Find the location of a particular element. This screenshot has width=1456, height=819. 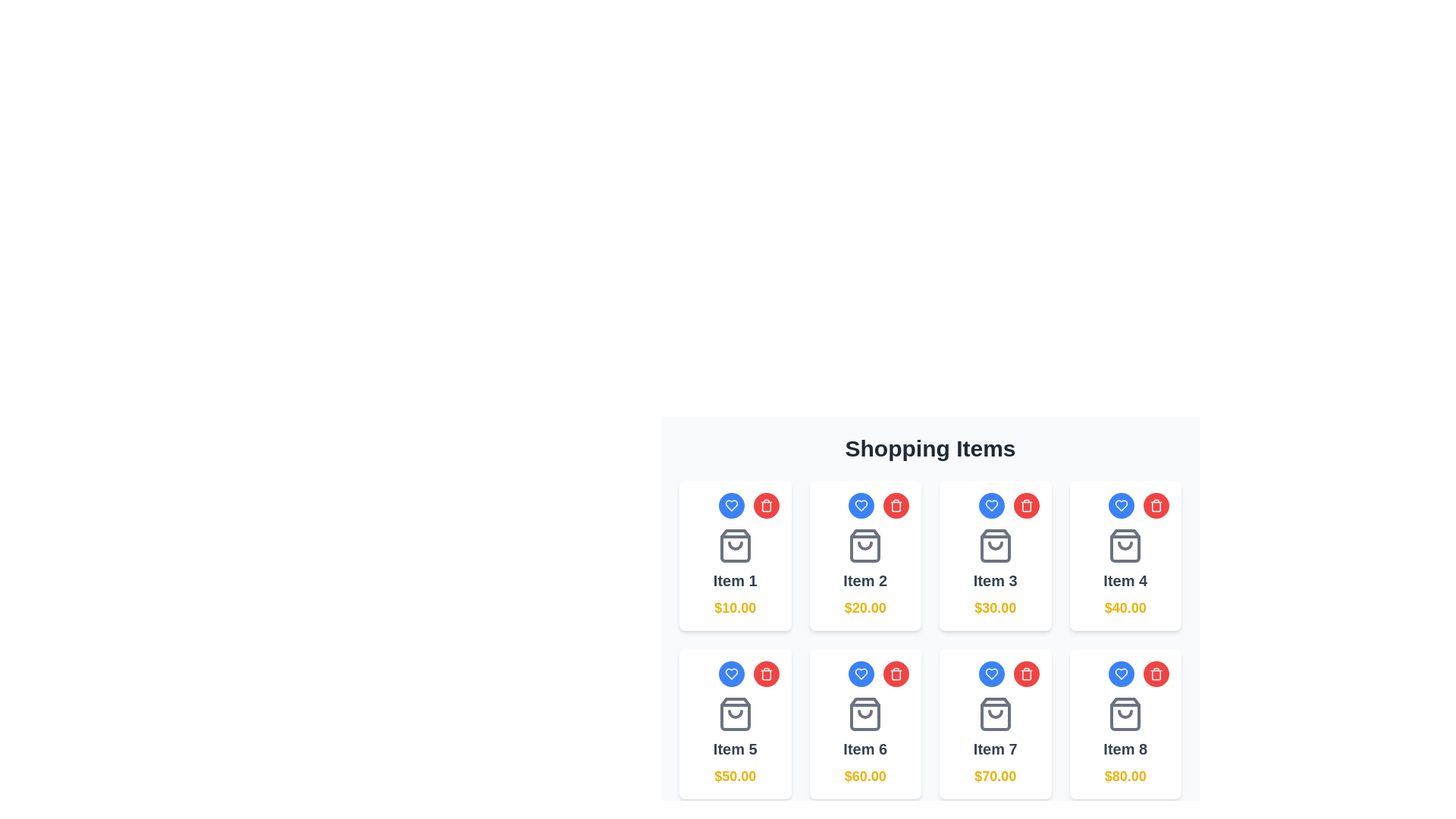

the trash bin icon button with a red background located in the top-right corner of an item card is located at coordinates (766, 506).